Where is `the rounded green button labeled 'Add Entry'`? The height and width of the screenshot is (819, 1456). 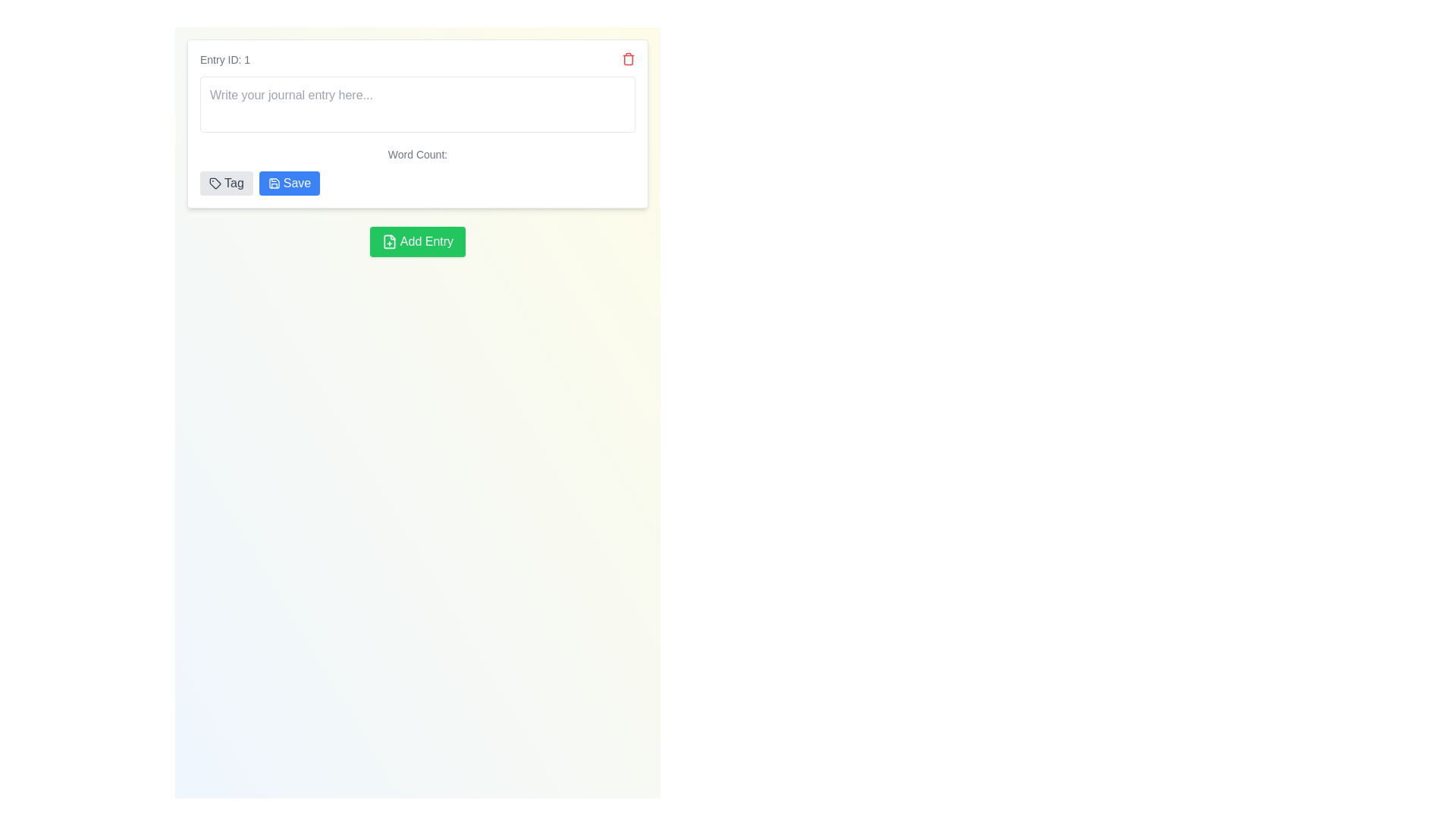 the rounded green button labeled 'Add Entry' is located at coordinates (418, 241).